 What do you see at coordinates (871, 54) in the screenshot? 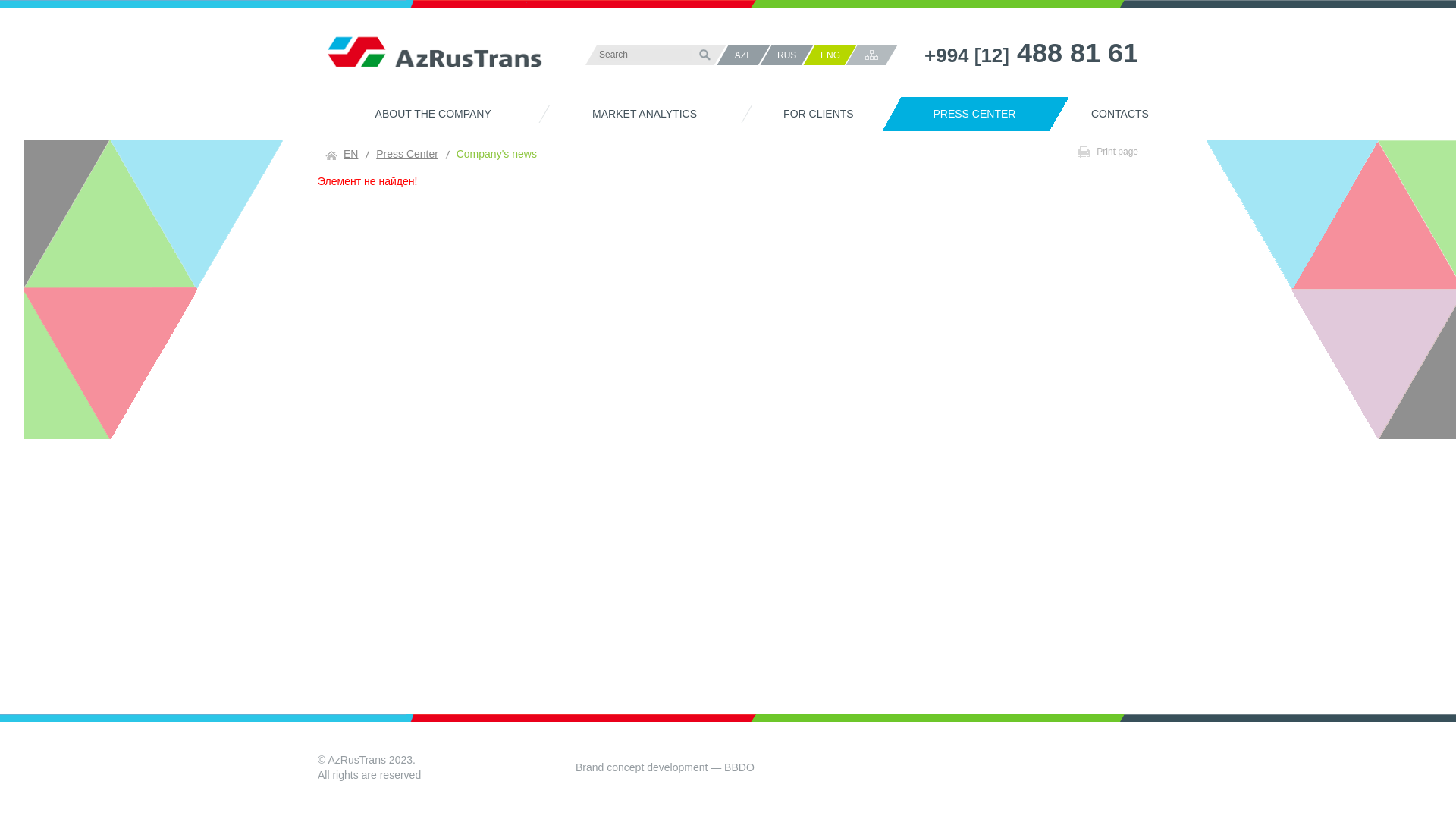
I see `'Site map'` at bounding box center [871, 54].